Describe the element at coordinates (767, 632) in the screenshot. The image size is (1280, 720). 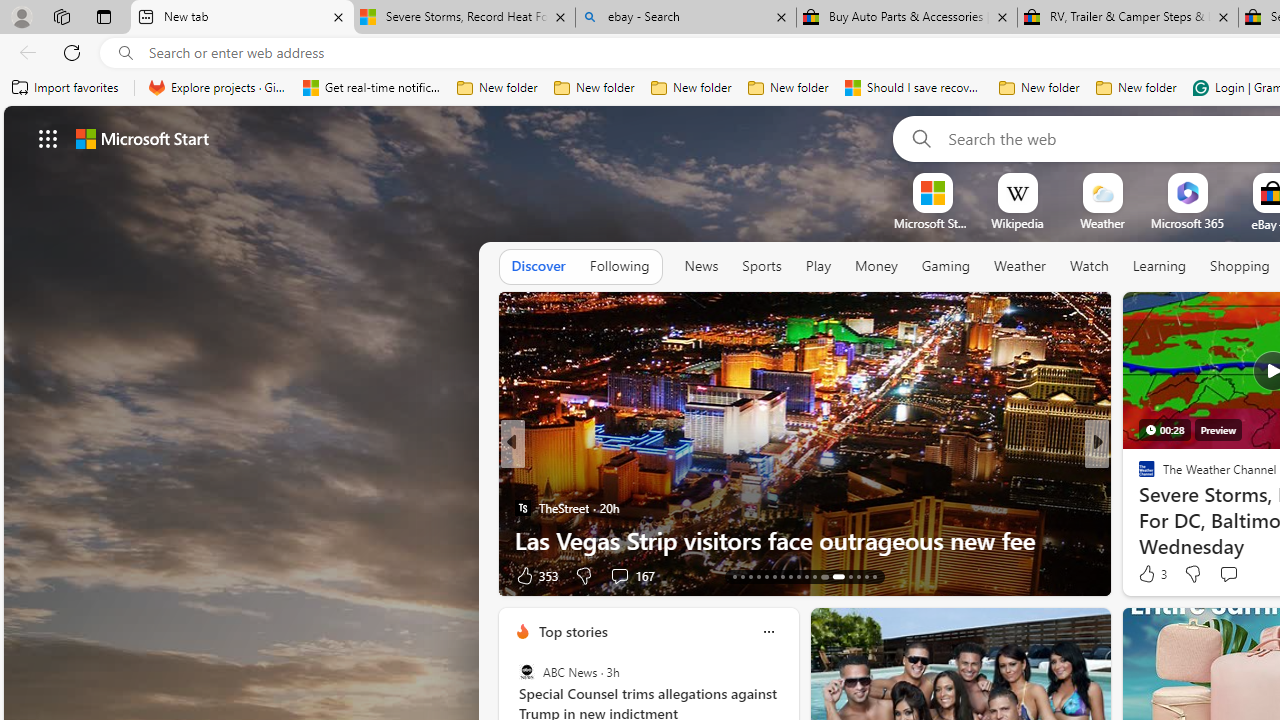
I see `'Class: icon-img'` at that location.